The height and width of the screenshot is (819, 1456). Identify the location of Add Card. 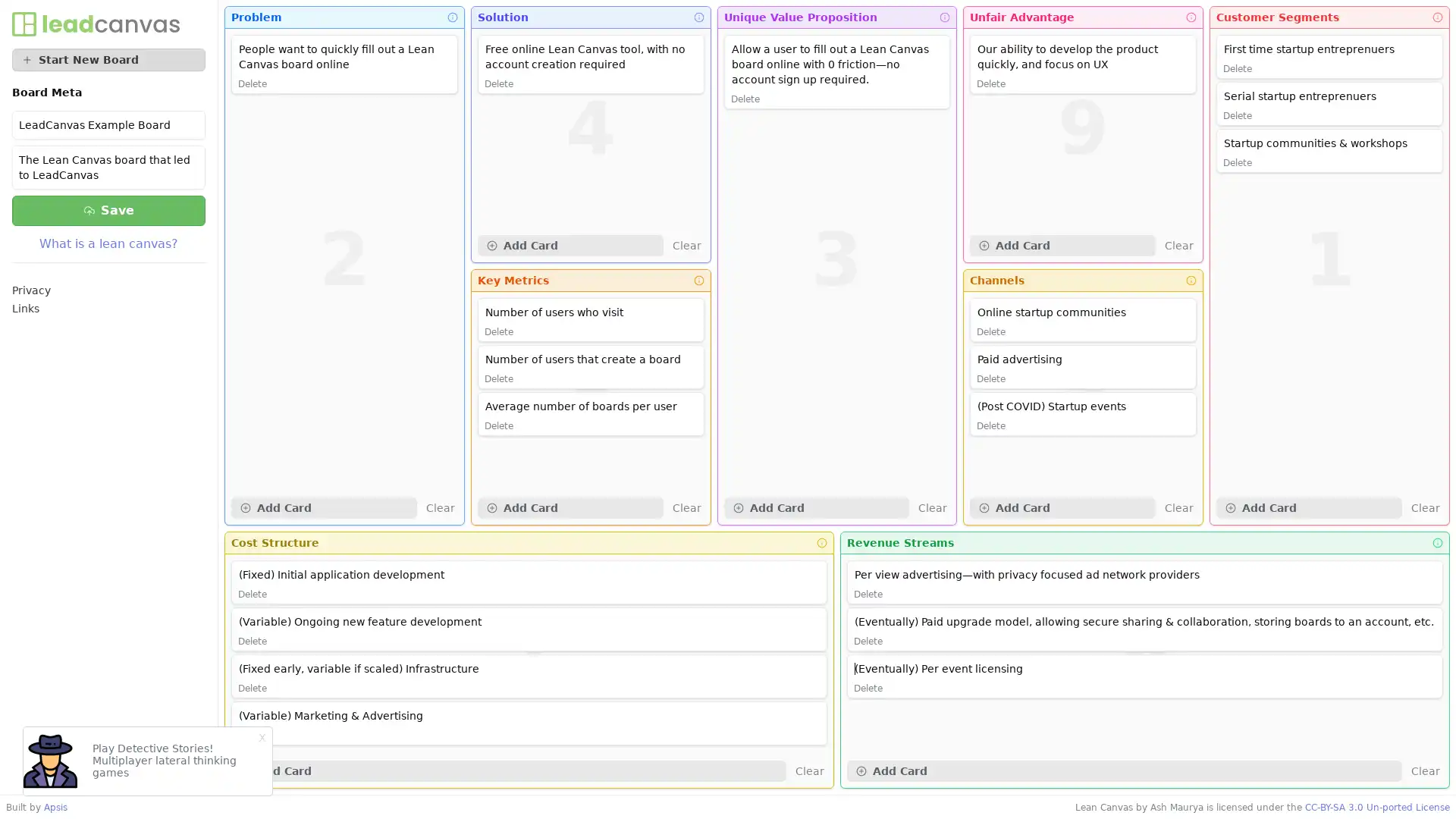
(509, 771).